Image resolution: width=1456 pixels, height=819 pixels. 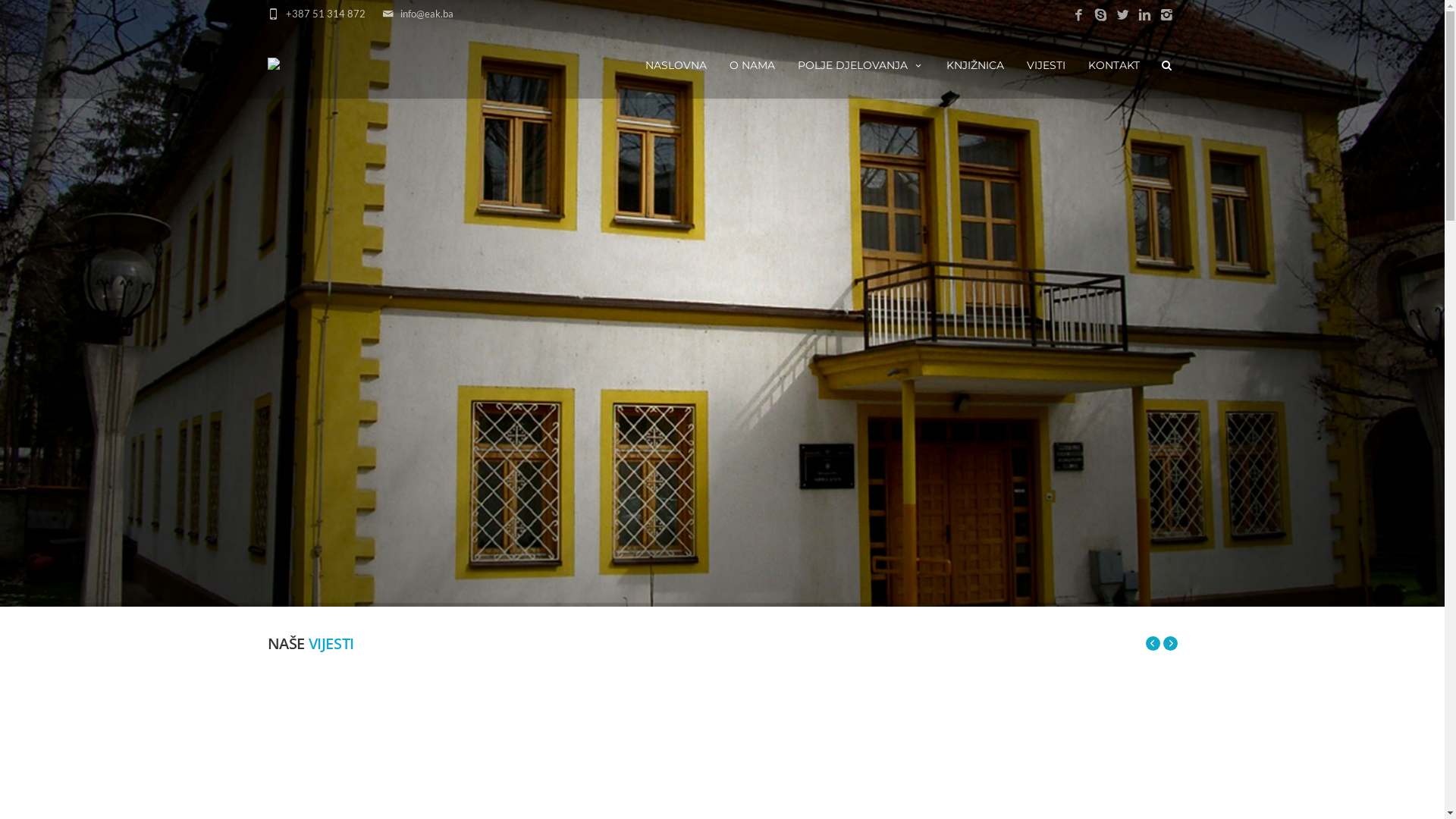 What do you see at coordinates (786, 63) in the screenshot?
I see `'POLJE DJELOVANJA'` at bounding box center [786, 63].